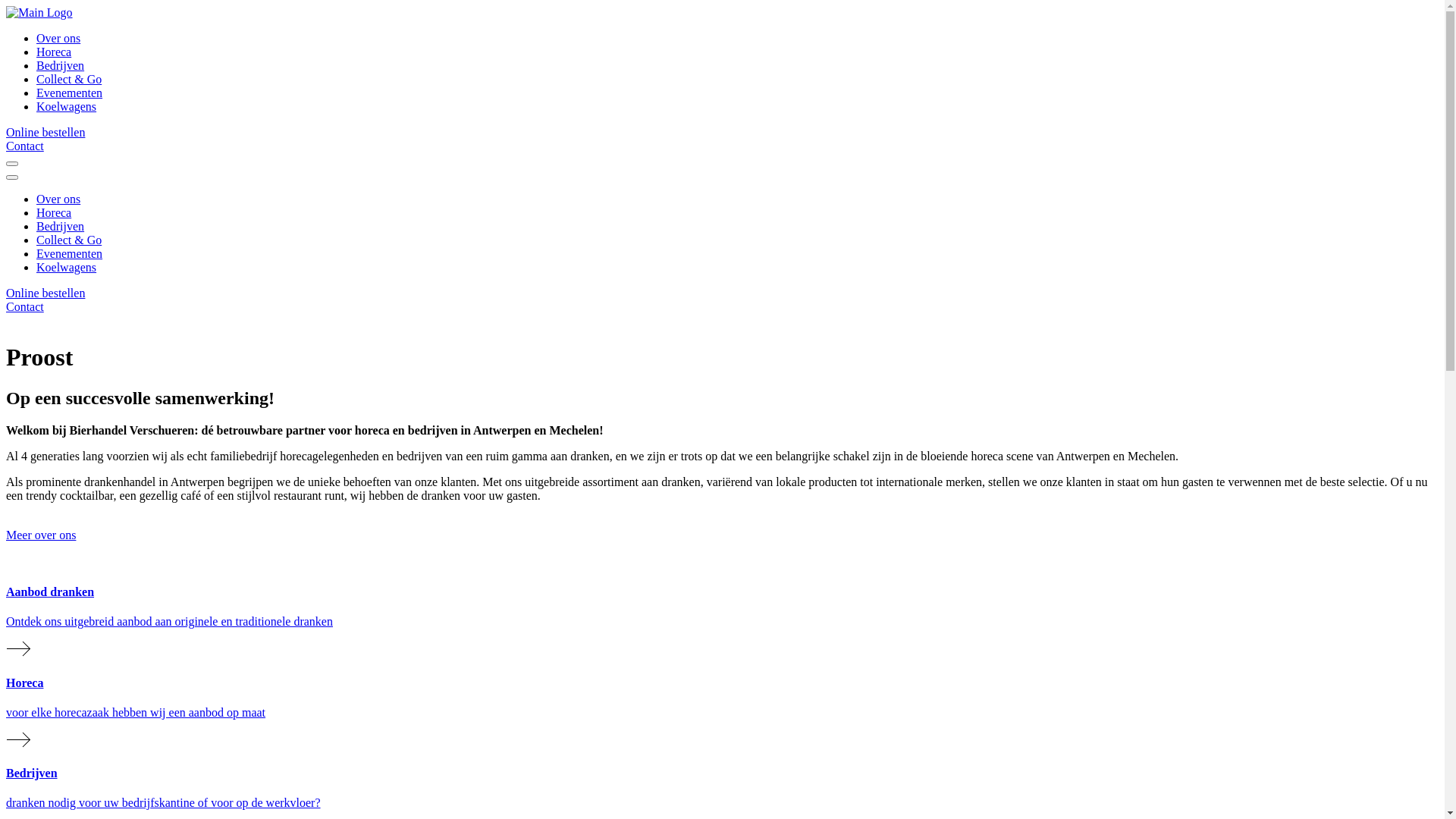 This screenshot has width=1456, height=819. I want to click on 'Online bestellen', so click(45, 293).